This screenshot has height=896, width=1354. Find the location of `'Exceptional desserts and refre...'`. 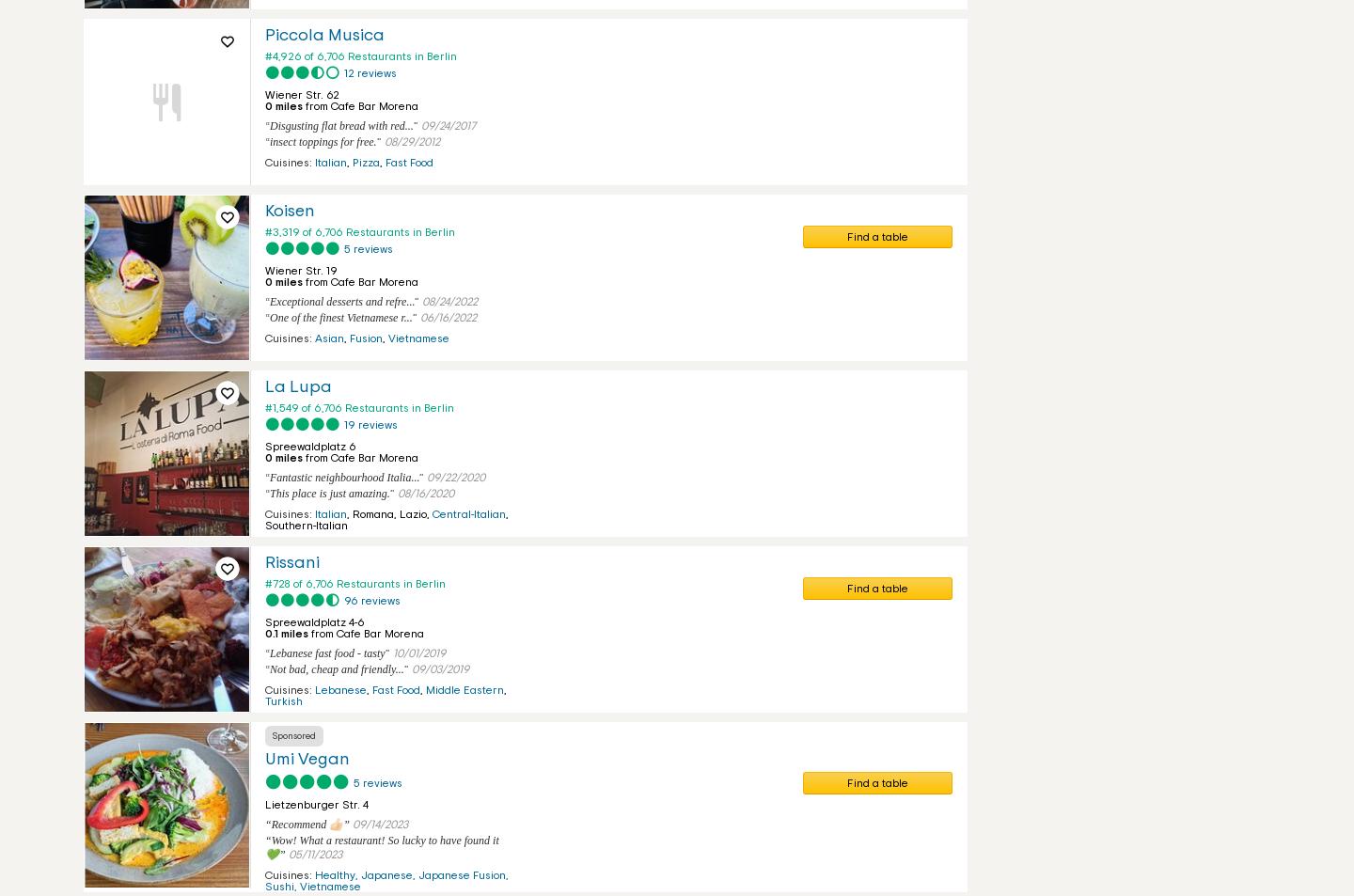

'Exceptional desserts and refre...' is located at coordinates (268, 300).